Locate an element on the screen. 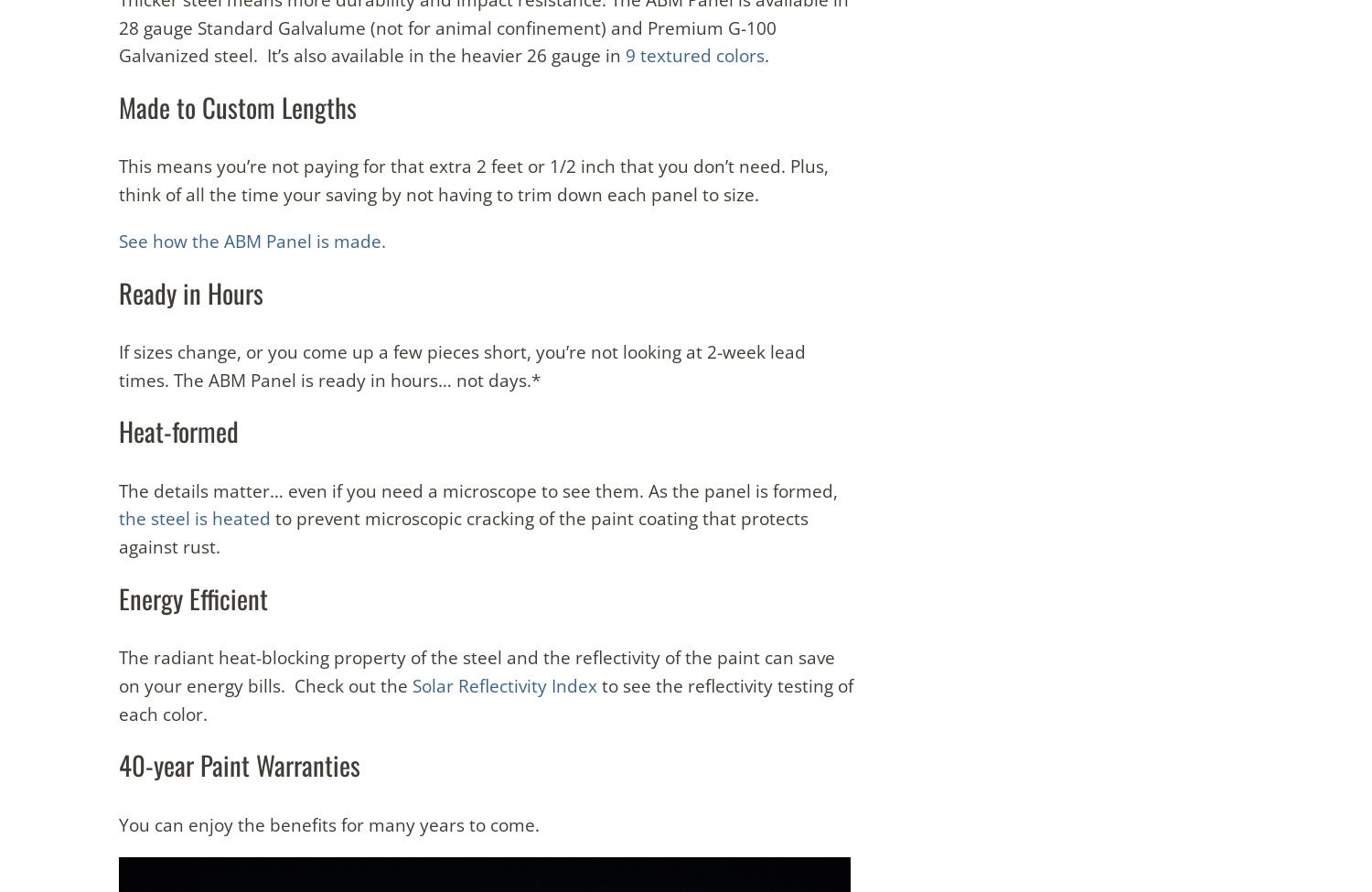  'the steel is heated' is located at coordinates (193, 517).